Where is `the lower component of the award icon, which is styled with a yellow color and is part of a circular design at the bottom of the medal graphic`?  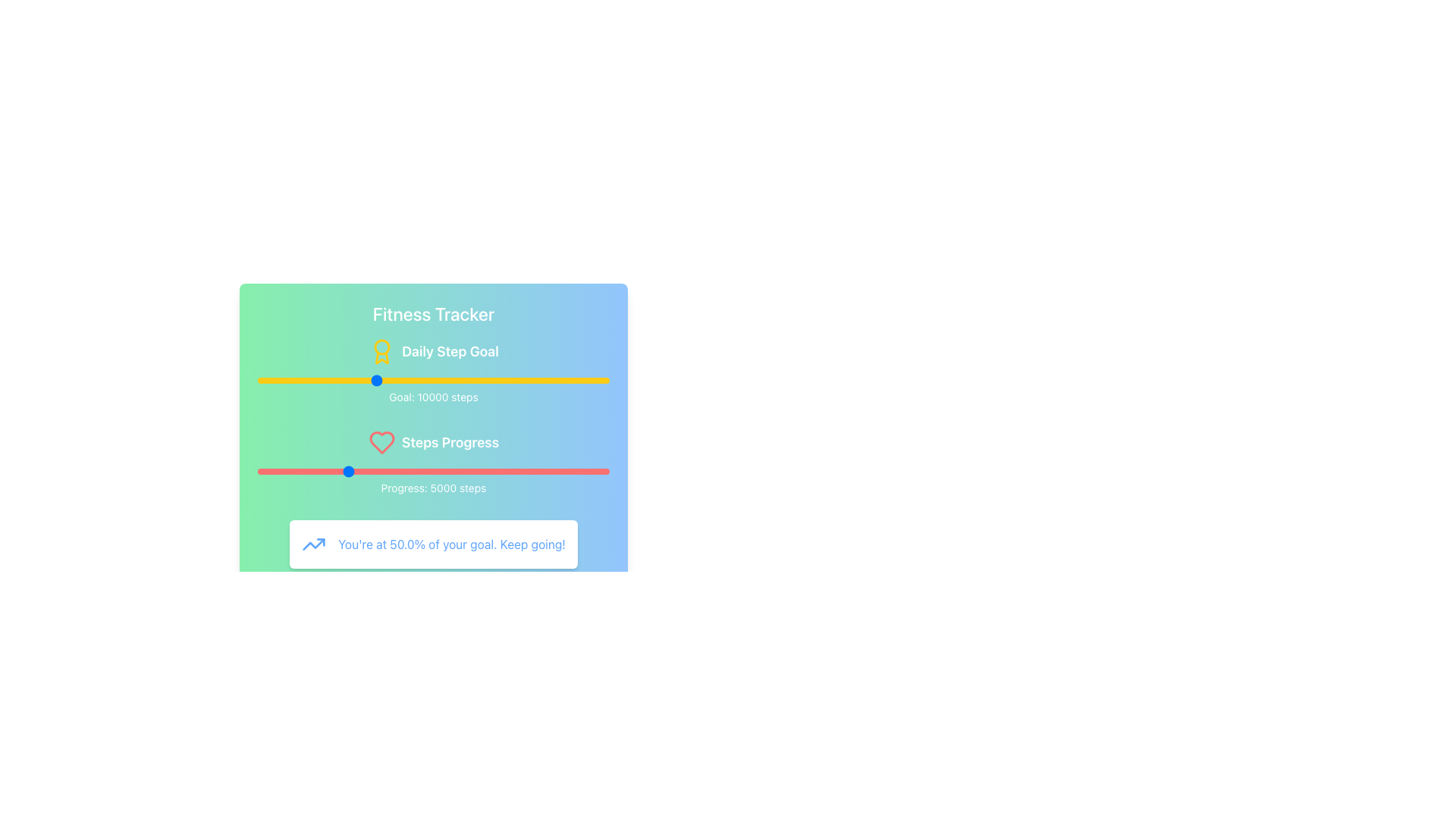
the lower component of the award icon, which is styled with a yellow color and is part of a circular design at the bottom of the medal graphic is located at coordinates (382, 358).